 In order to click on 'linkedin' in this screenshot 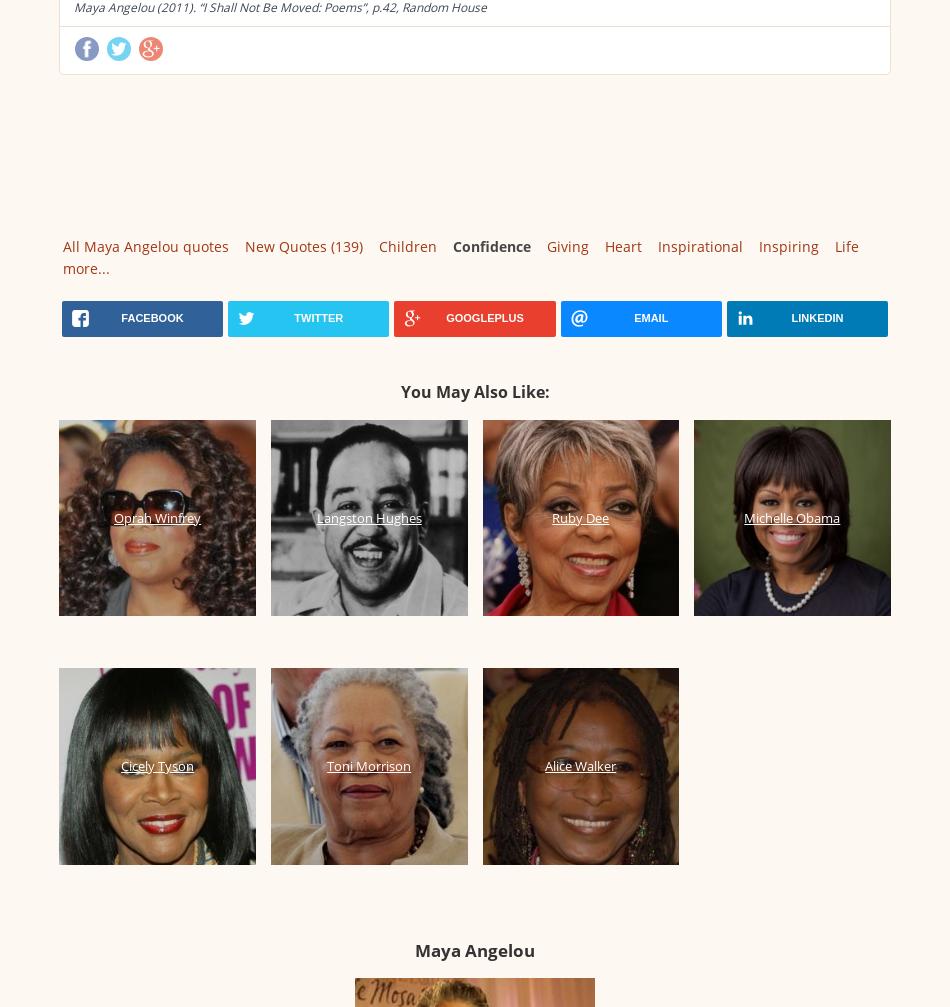, I will do `click(816, 318)`.